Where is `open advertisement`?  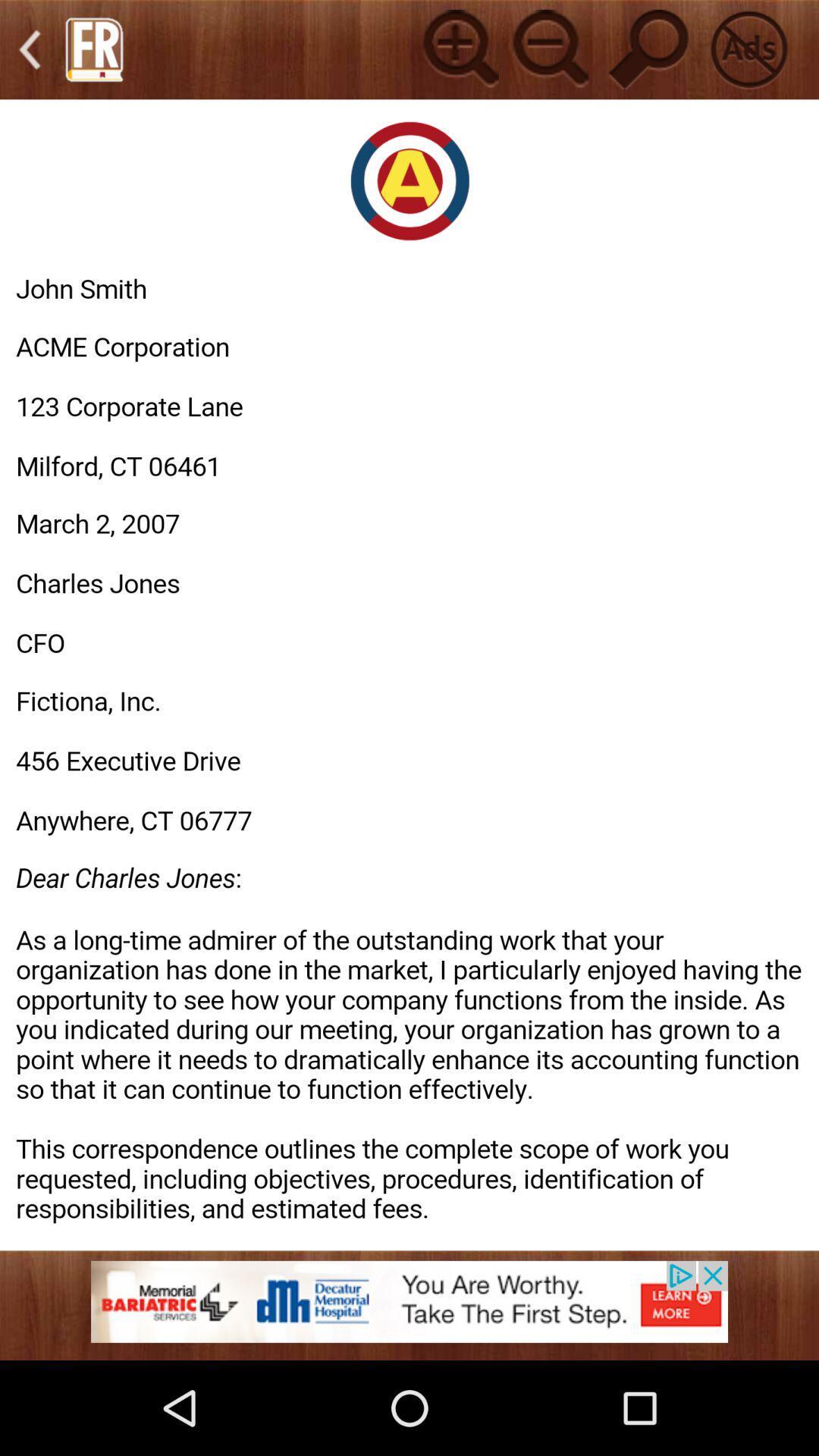
open advertisement is located at coordinates (409, 1310).